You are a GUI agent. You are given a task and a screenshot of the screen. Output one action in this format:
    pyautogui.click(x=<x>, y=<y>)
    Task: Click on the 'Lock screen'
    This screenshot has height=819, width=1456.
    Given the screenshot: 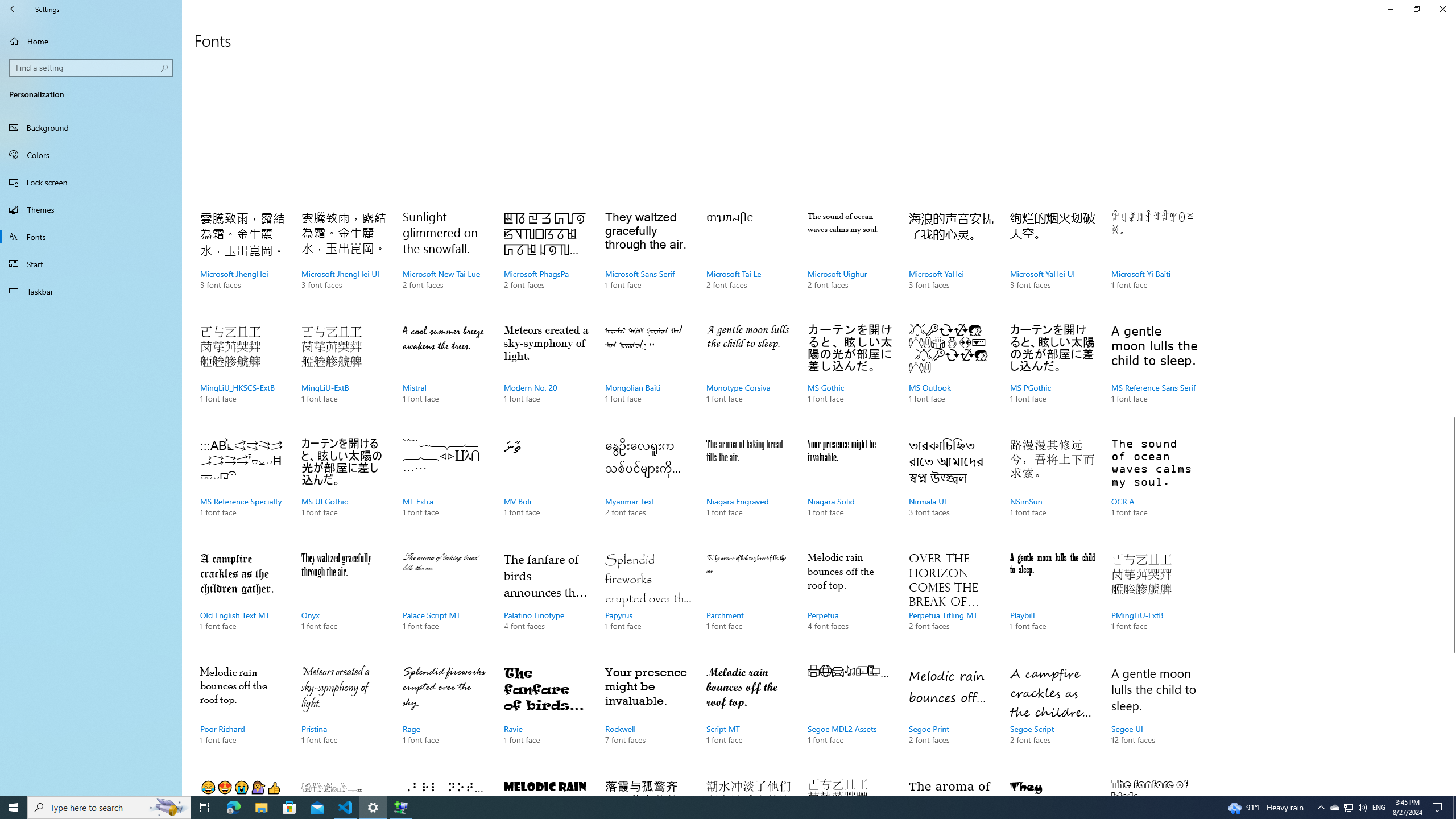 What is the action you would take?
    pyautogui.click(x=90, y=181)
    